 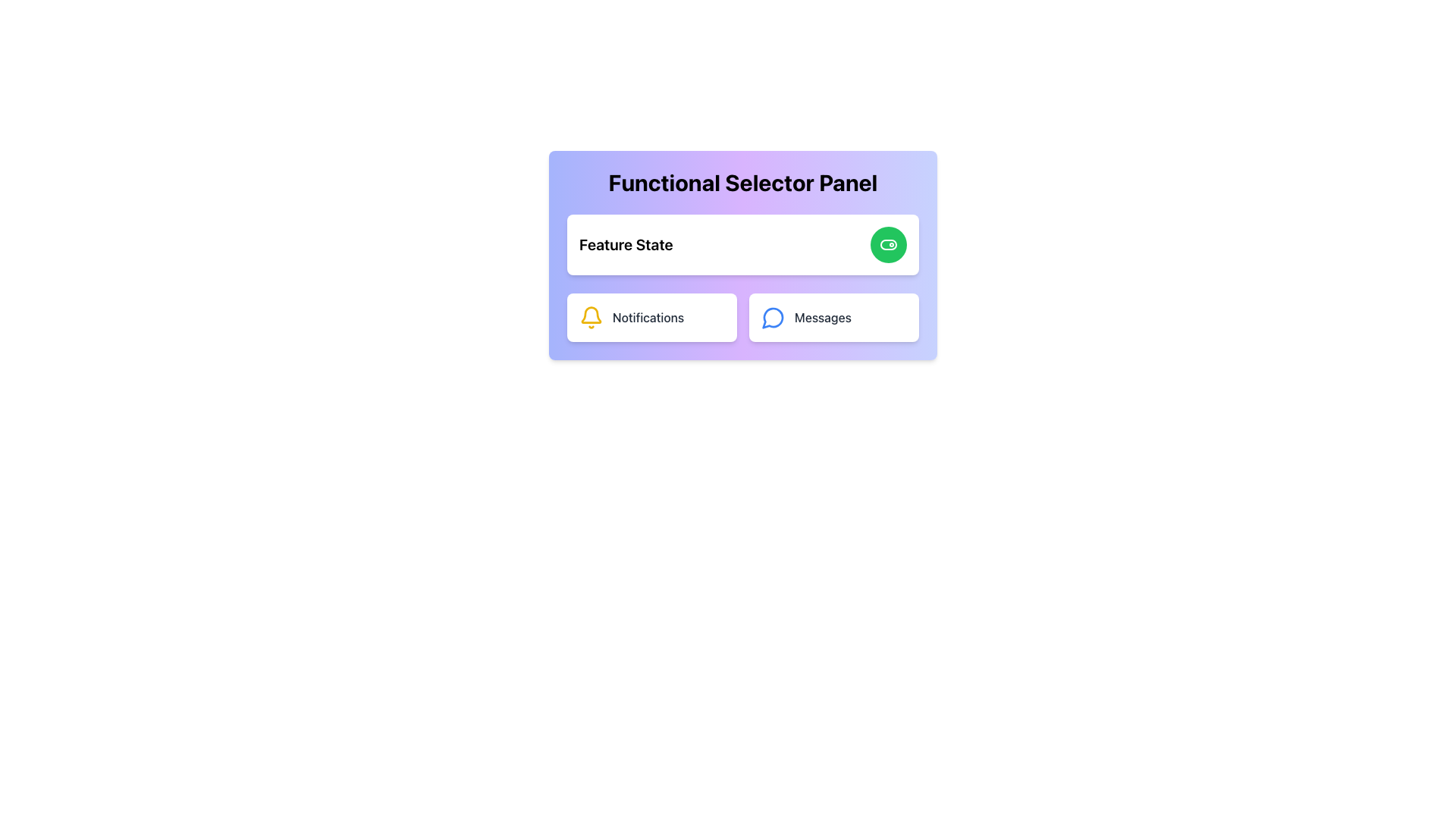 What do you see at coordinates (648, 317) in the screenshot?
I see `the Text Label indicating the notifications section, which is positioned to the left of the bell icon in the lower-left portion of the interface` at bounding box center [648, 317].